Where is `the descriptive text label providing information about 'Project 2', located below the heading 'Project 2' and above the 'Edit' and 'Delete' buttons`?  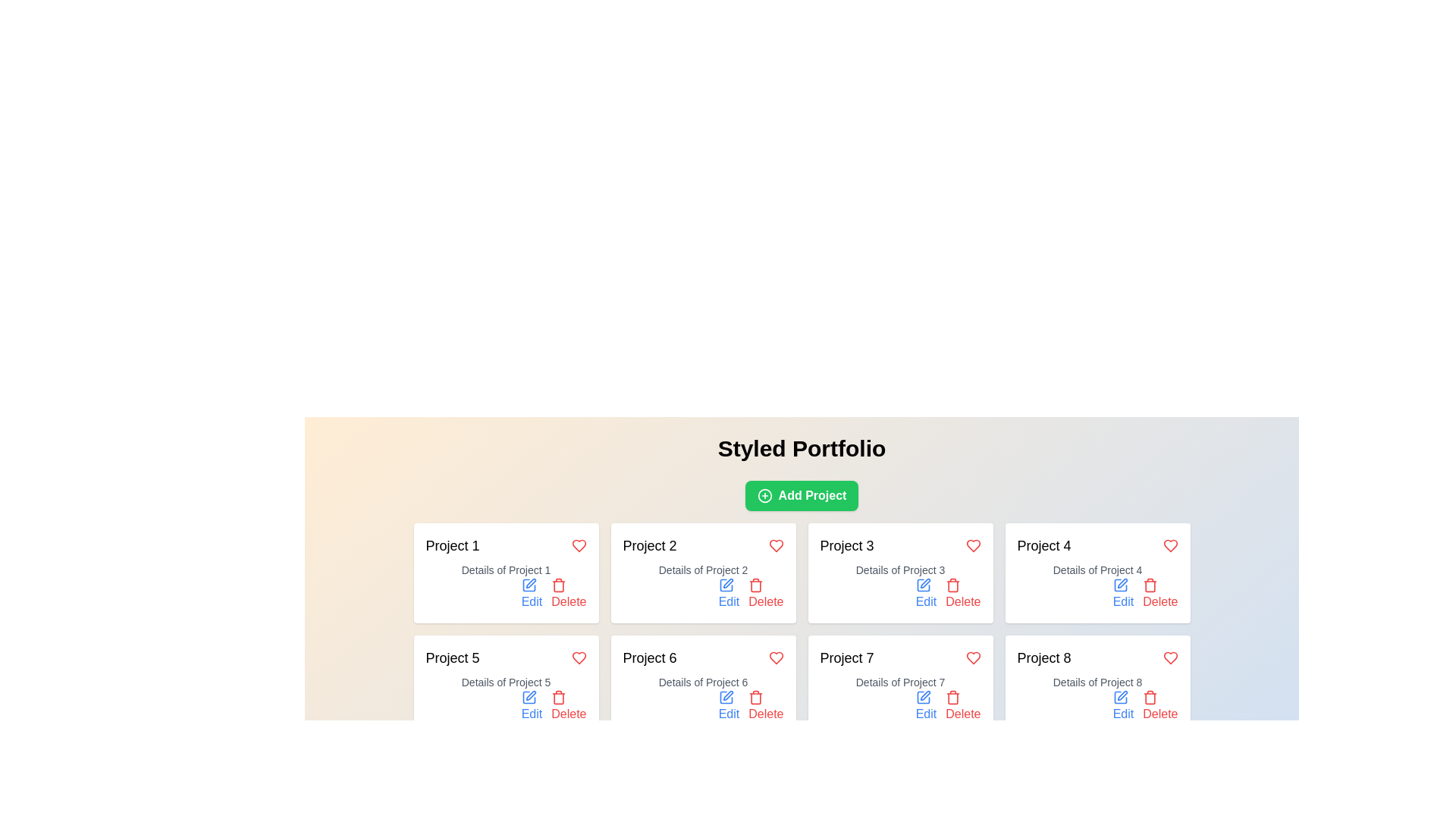 the descriptive text label providing information about 'Project 2', located below the heading 'Project 2' and above the 'Edit' and 'Delete' buttons is located at coordinates (702, 570).